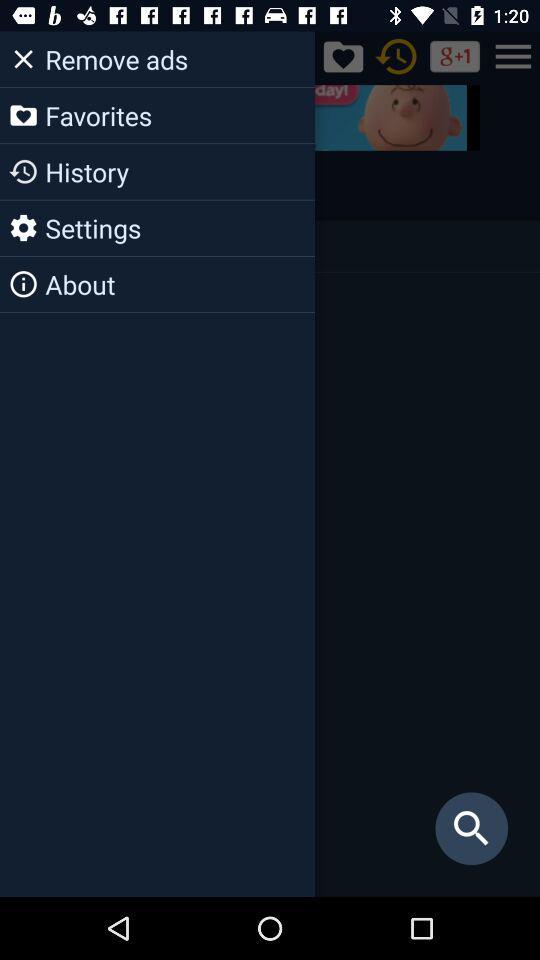  I want to click on the history icon, so click(396, 55).